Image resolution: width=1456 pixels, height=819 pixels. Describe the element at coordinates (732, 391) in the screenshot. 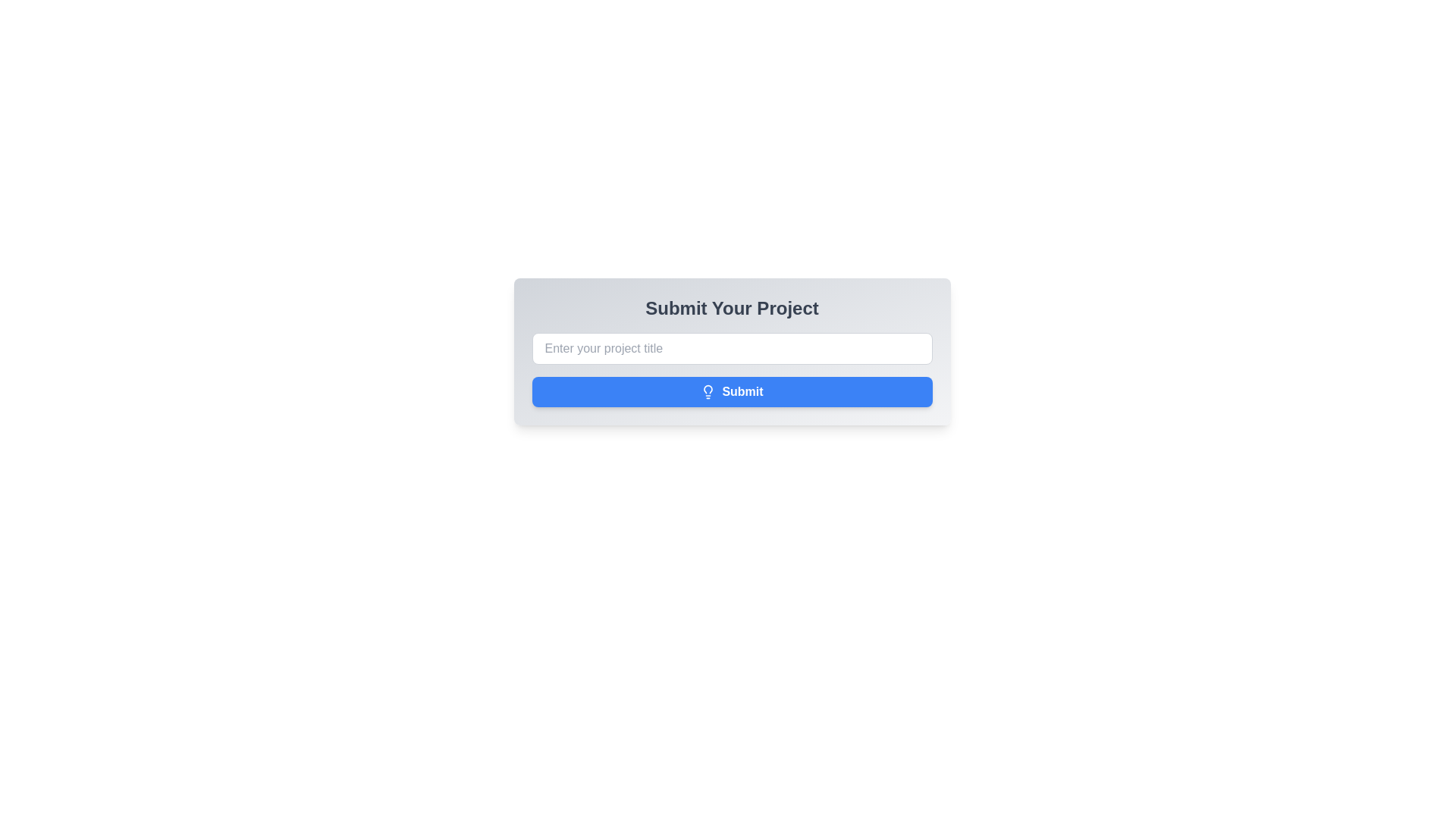

I see `the blue 'Submit' button with a lightbulb icon` at that location.